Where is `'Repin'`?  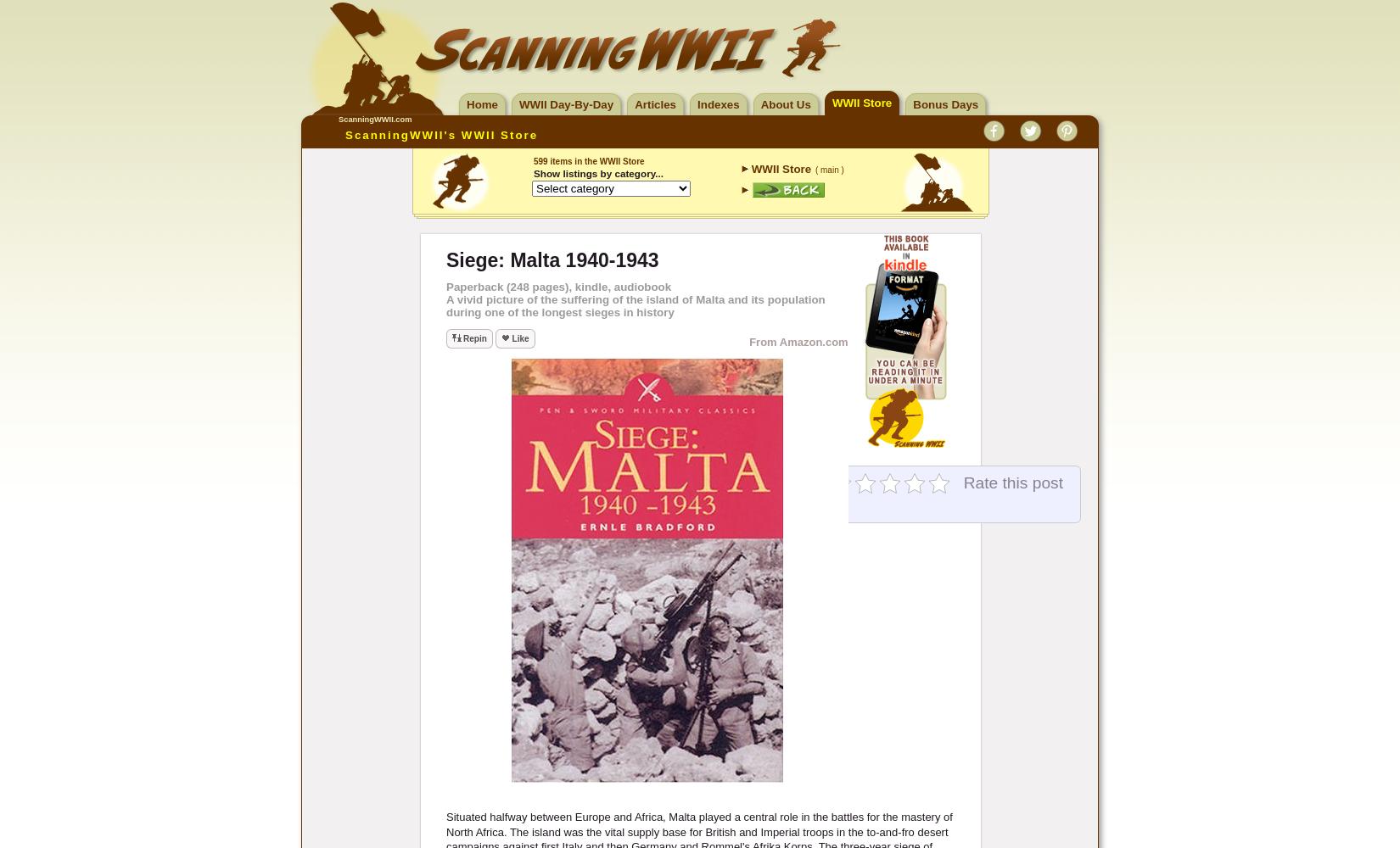 'Repin' is located at coordinates (473, 338).